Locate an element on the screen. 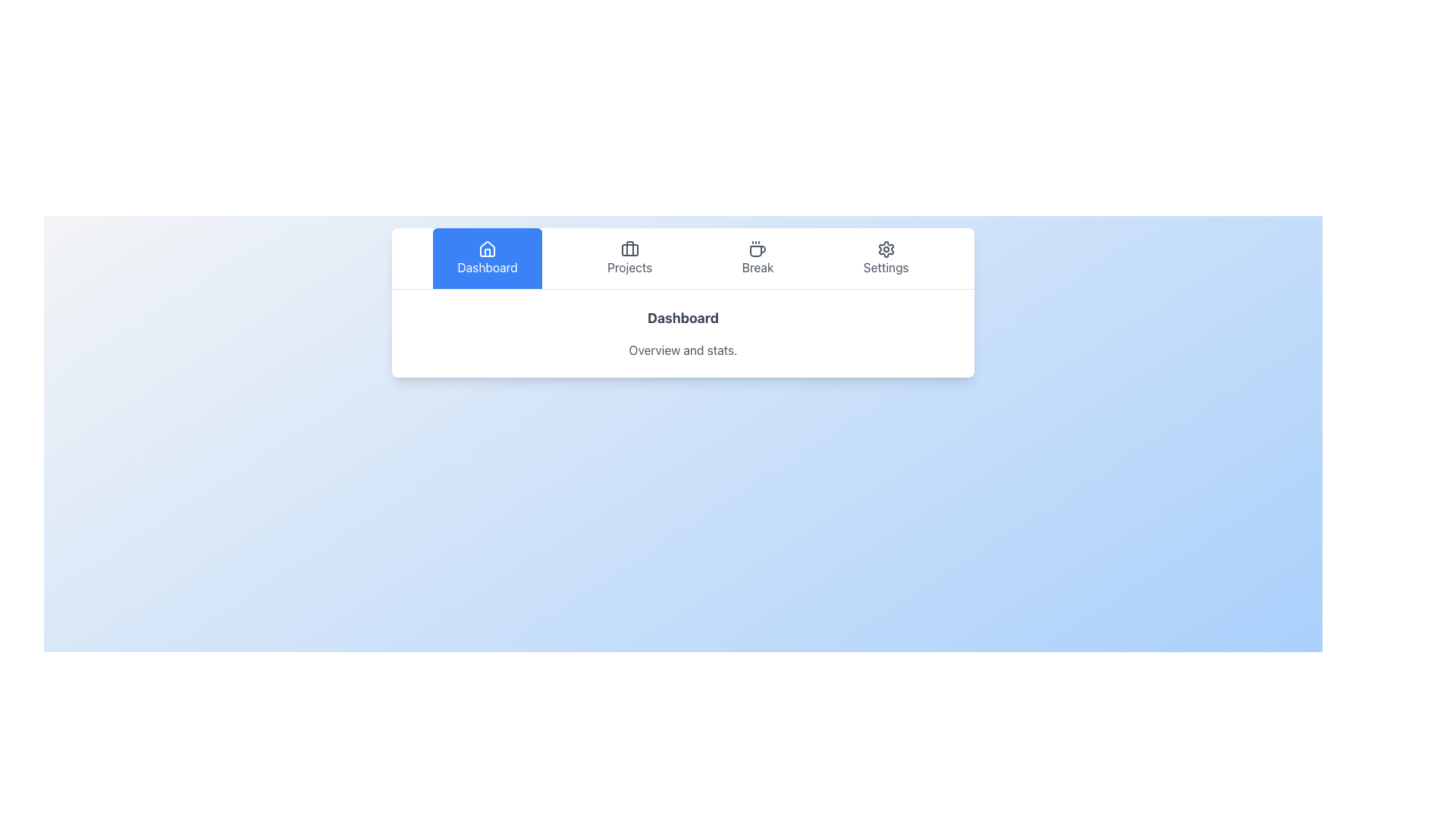 The image size is (1456, 819). the 'Dashboard' navigation button, which is the first button from the left in the horizontal navigation bar with a blue background is located at coordinates (488, 257).